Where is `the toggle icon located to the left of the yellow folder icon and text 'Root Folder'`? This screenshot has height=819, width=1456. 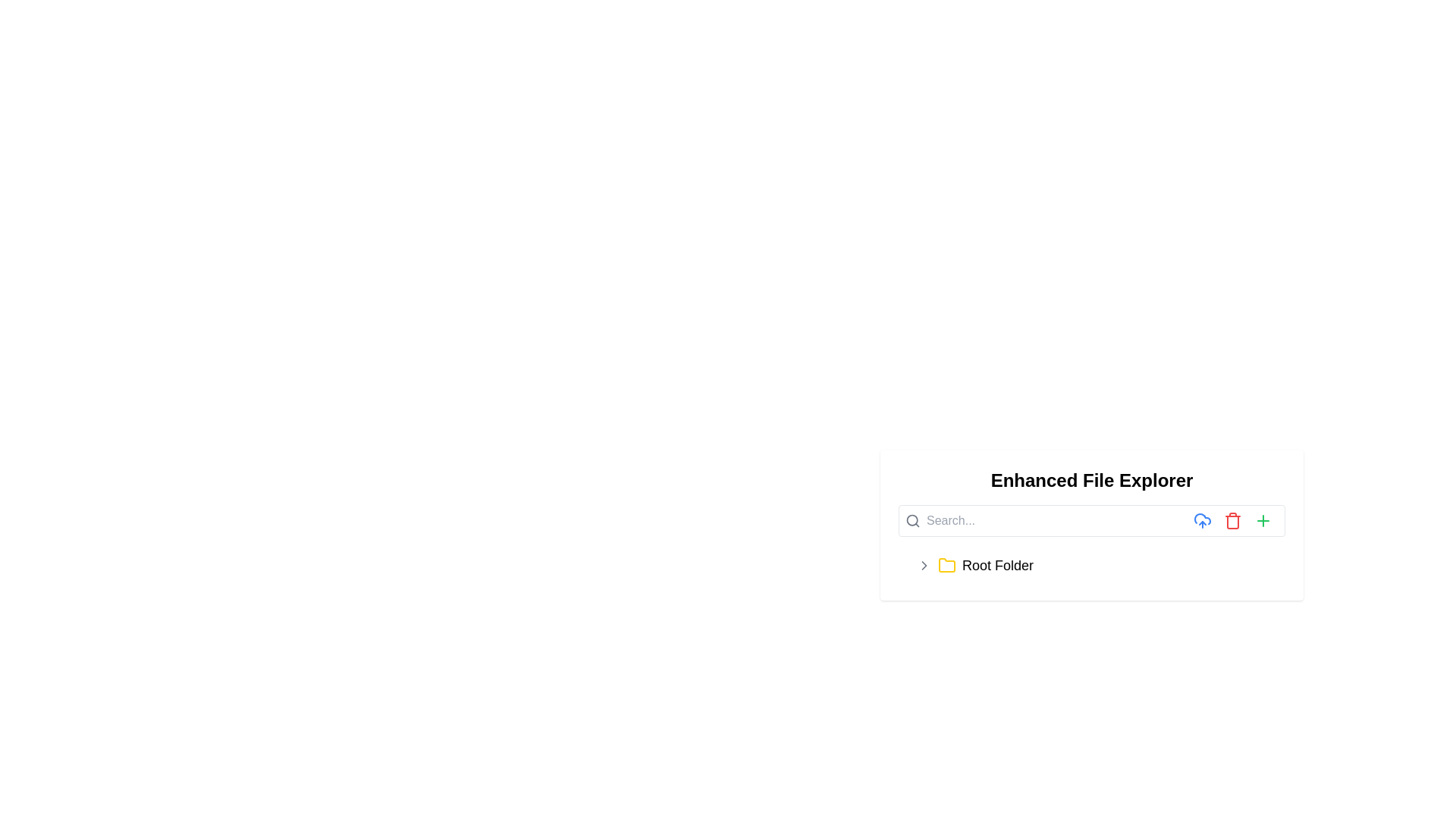
the toggle icon located to the left of the yellow folder icon and text 'Root Folder' is located at coordinates (924, 565).